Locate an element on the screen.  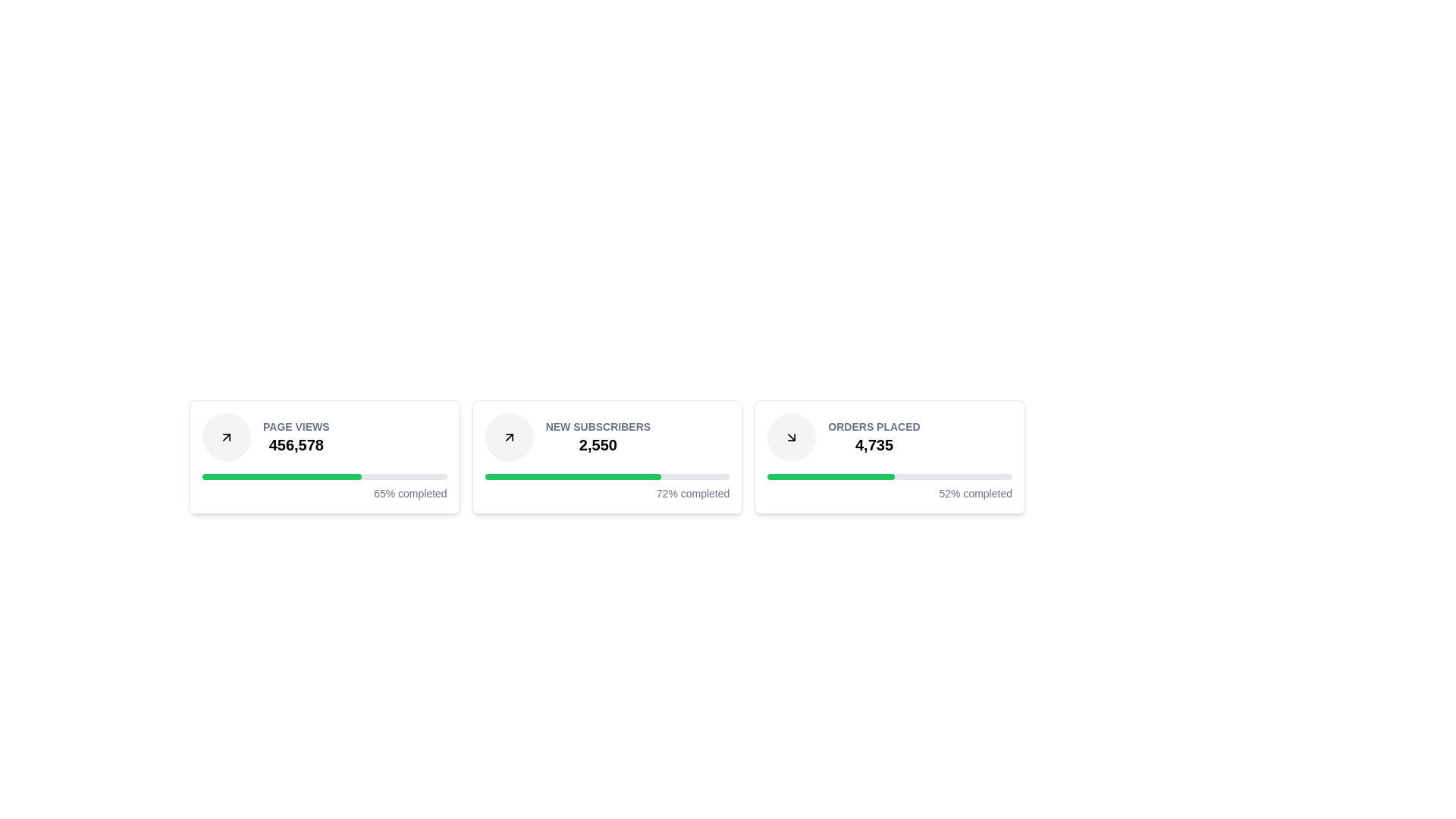
the progress bar located at the bottom of the 'New Subscribers' card, which visually represents a completion status of 72% and is positioned beneath the numeric value '2,550' is located at coordinates (607, 488).